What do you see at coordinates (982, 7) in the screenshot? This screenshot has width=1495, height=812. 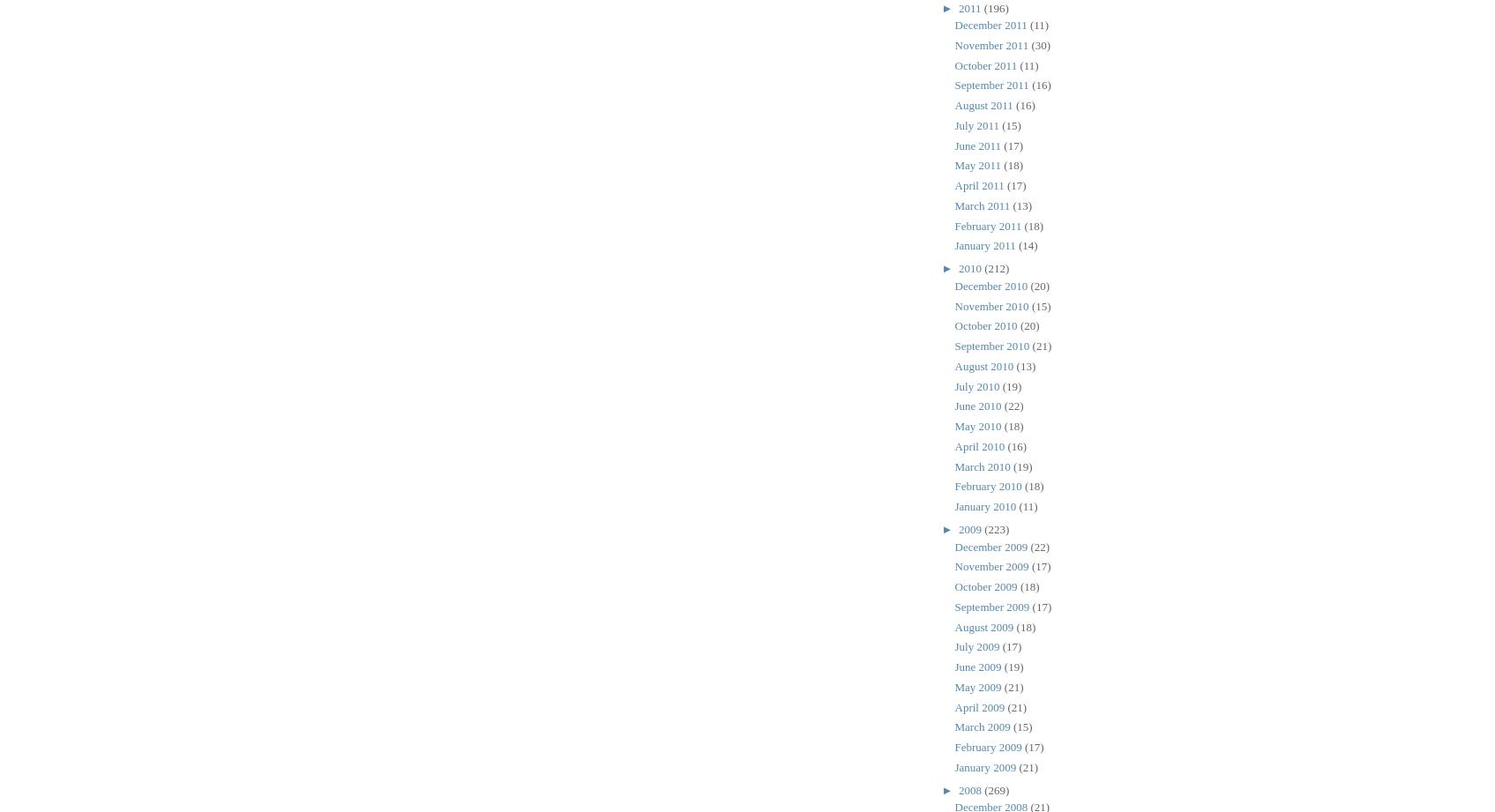 I see `'(196)'` at bounding box center [982, 7].